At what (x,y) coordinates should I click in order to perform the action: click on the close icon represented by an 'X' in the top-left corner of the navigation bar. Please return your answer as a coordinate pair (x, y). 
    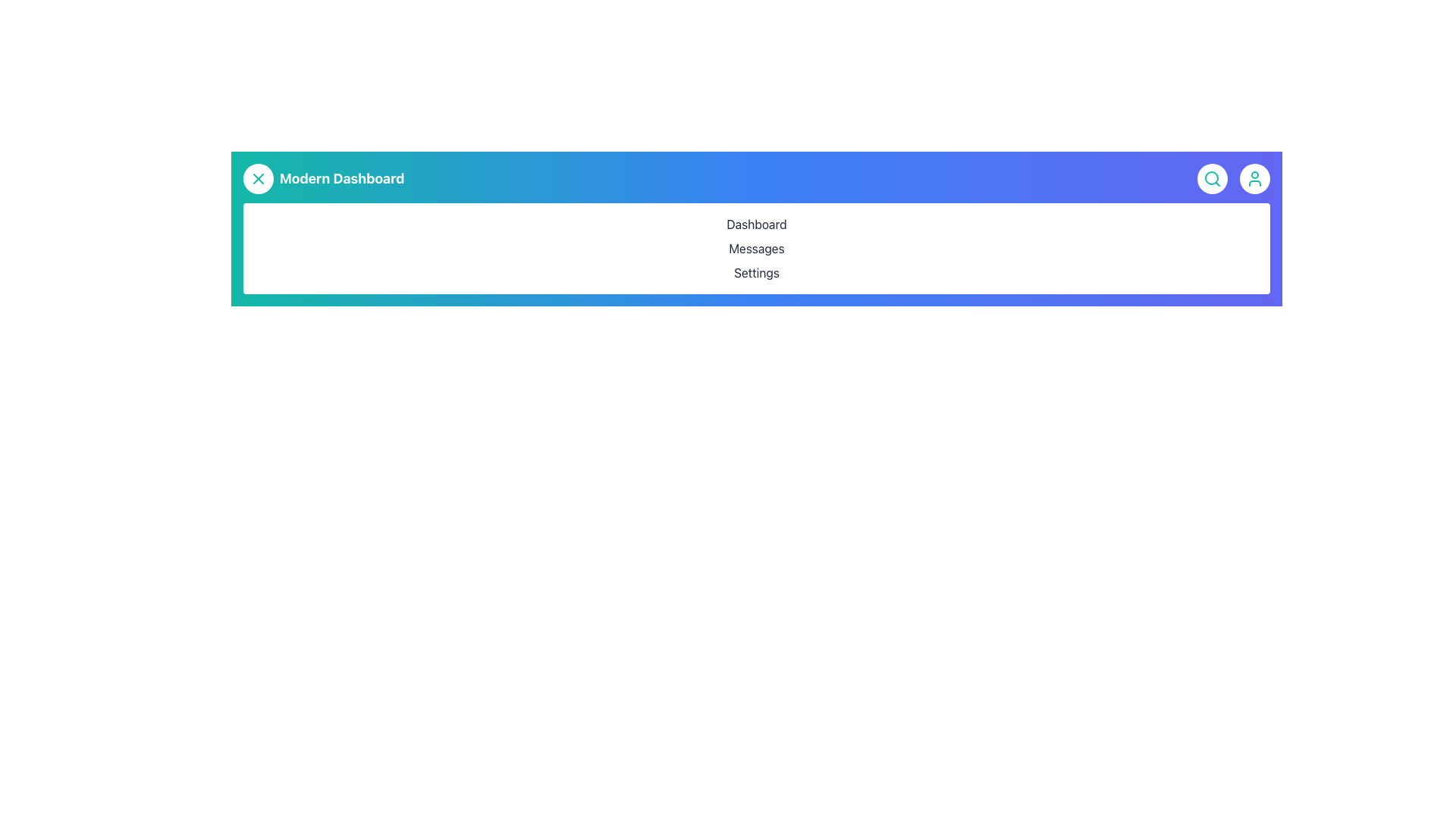
    Looking at the image, I should click on (258, 177).